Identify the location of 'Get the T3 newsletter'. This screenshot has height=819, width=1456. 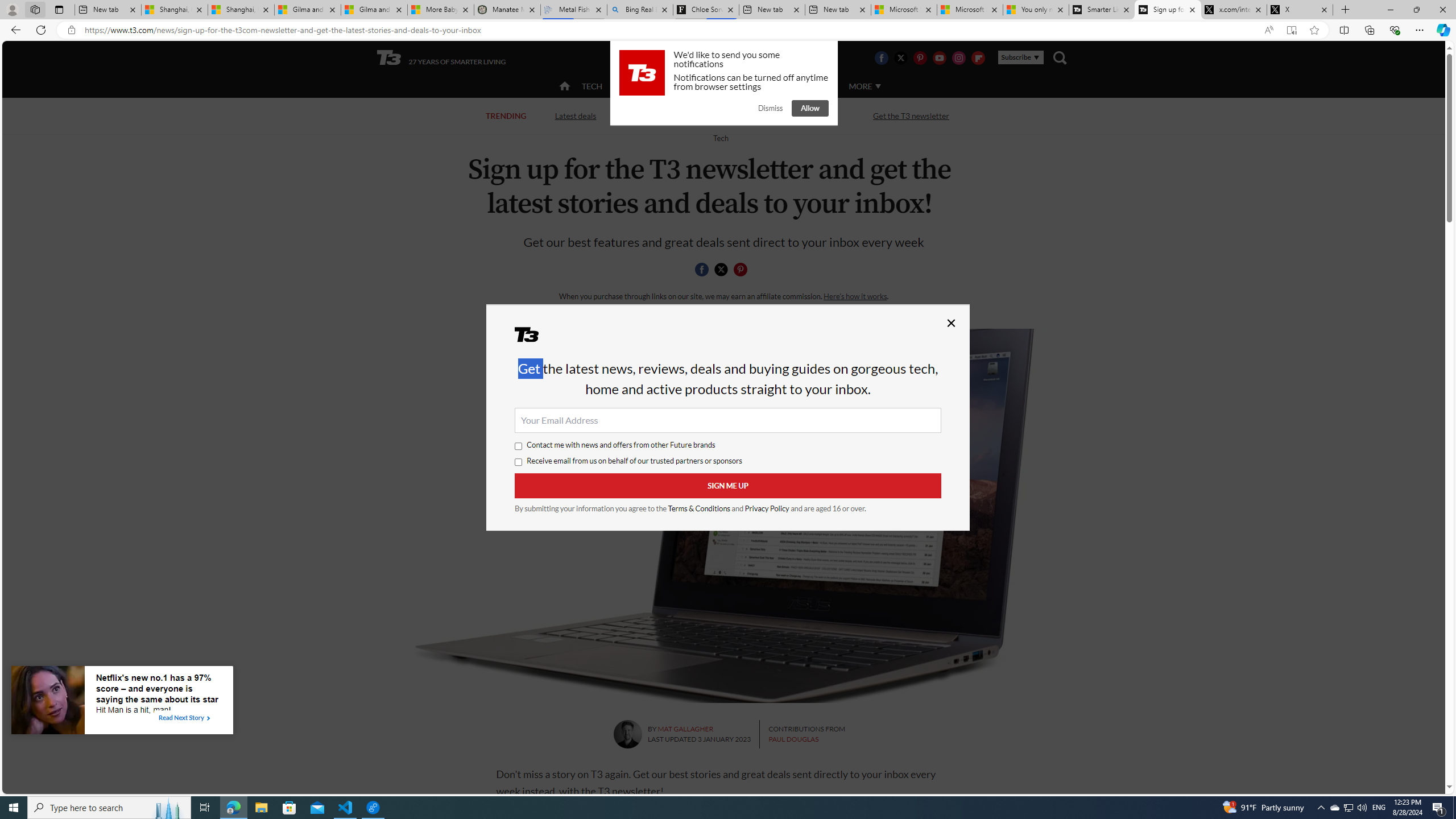
(911, 115).